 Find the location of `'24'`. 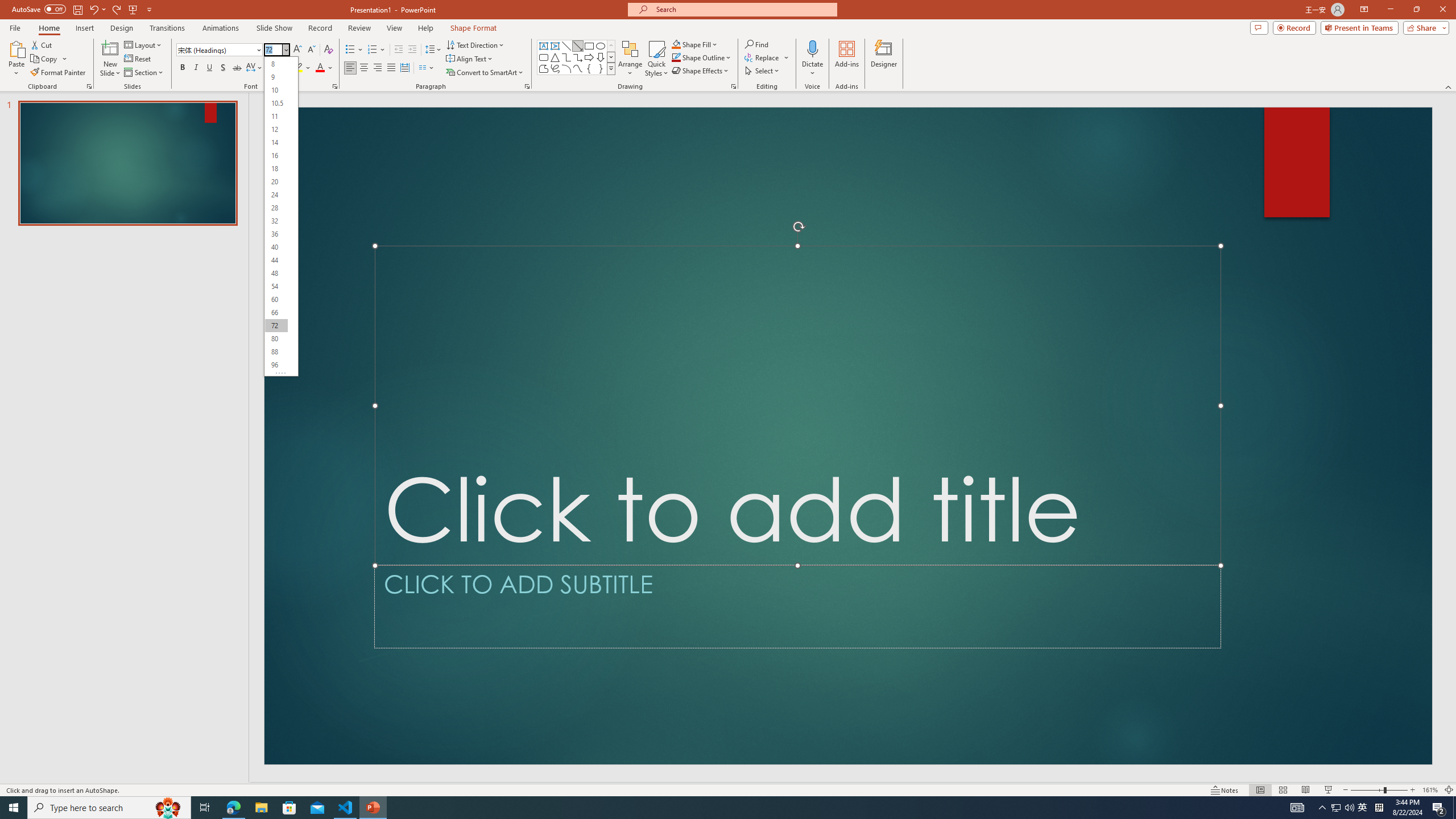

'24' is located at coordinates (276, 194).